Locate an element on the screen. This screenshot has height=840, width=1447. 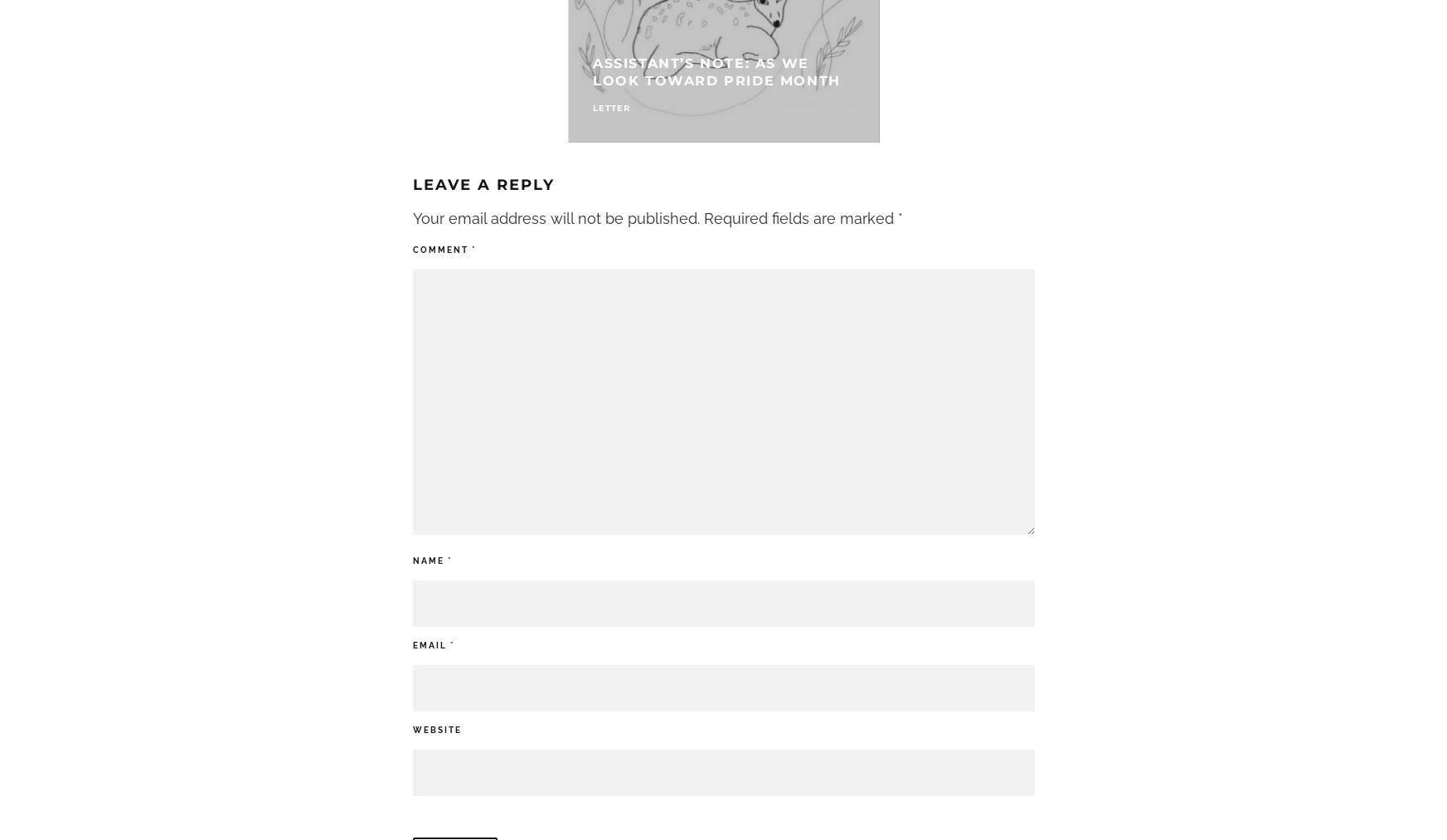
'ASSISTANT’S NOTE: AS WE LOOK TOWARD PRIDE MONTH' is located at coordinates (715, 70).